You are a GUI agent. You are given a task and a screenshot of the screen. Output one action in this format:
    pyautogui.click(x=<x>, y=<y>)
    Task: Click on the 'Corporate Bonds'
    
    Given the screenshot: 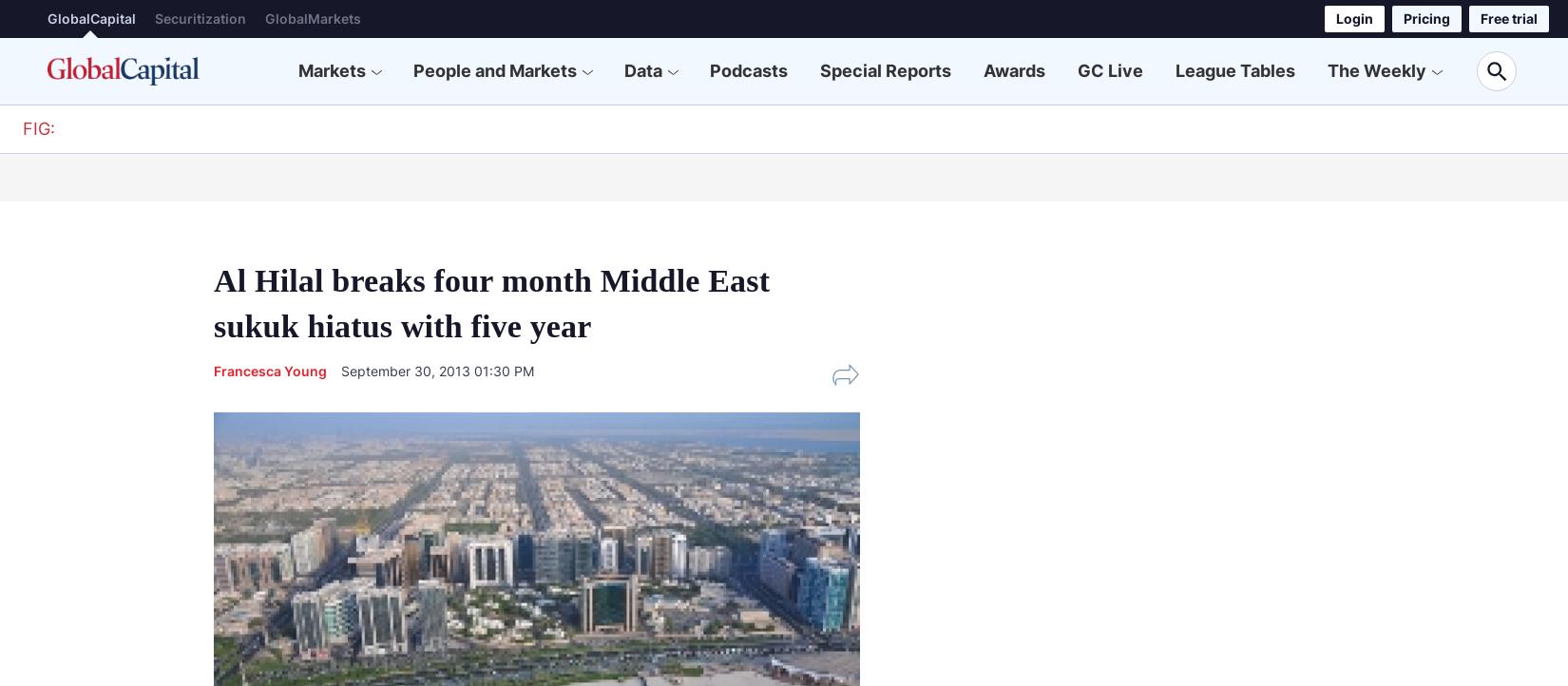 What is the action you would take?
    pyautogui.click(x=396, y=260)
    